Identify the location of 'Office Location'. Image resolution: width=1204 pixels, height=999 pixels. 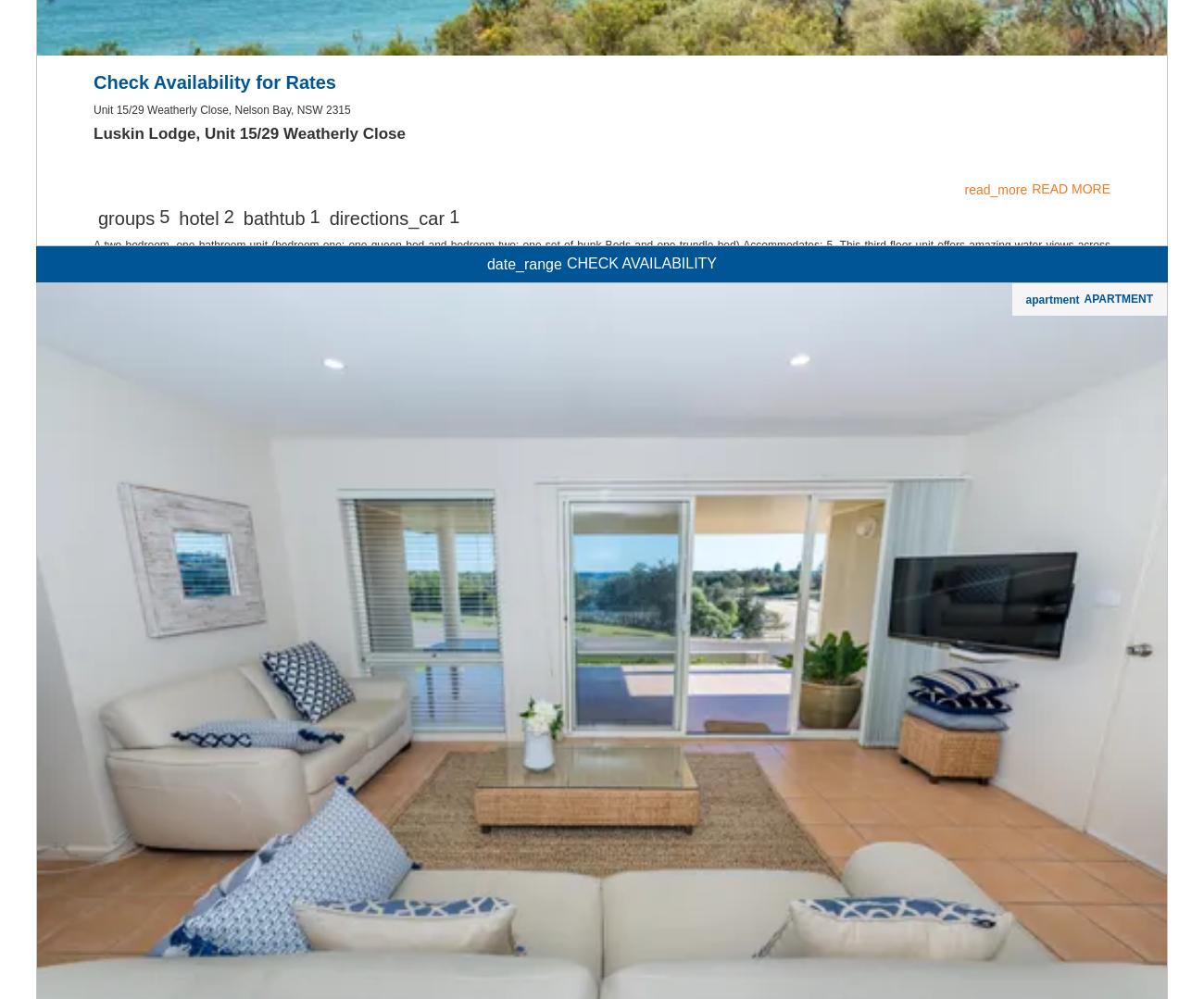
(76, 203).